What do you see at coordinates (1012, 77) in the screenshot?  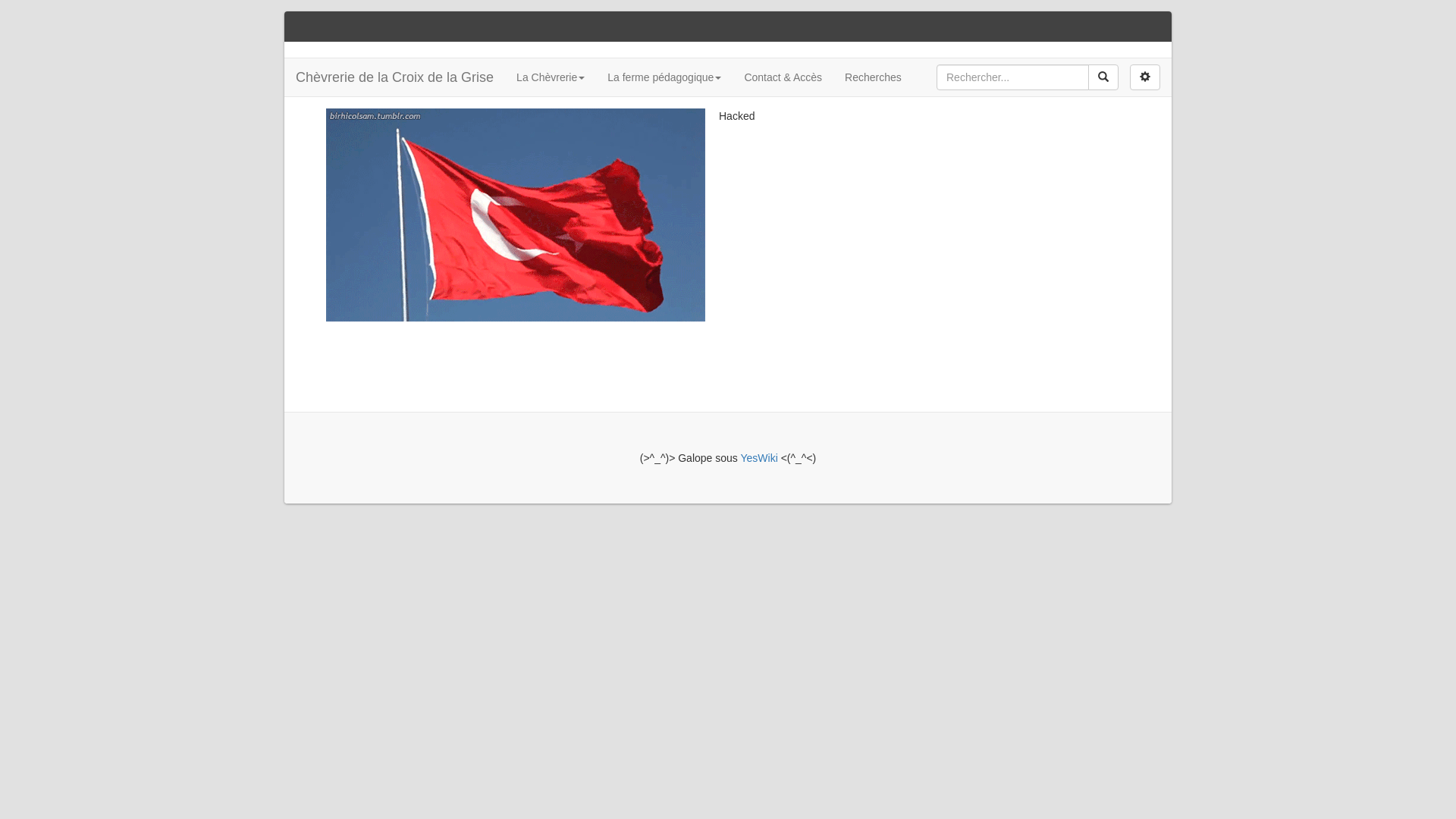 I see `'Rechercher dans YesWiki [alt-shift-C]'` at bounding box center [1012, 77].